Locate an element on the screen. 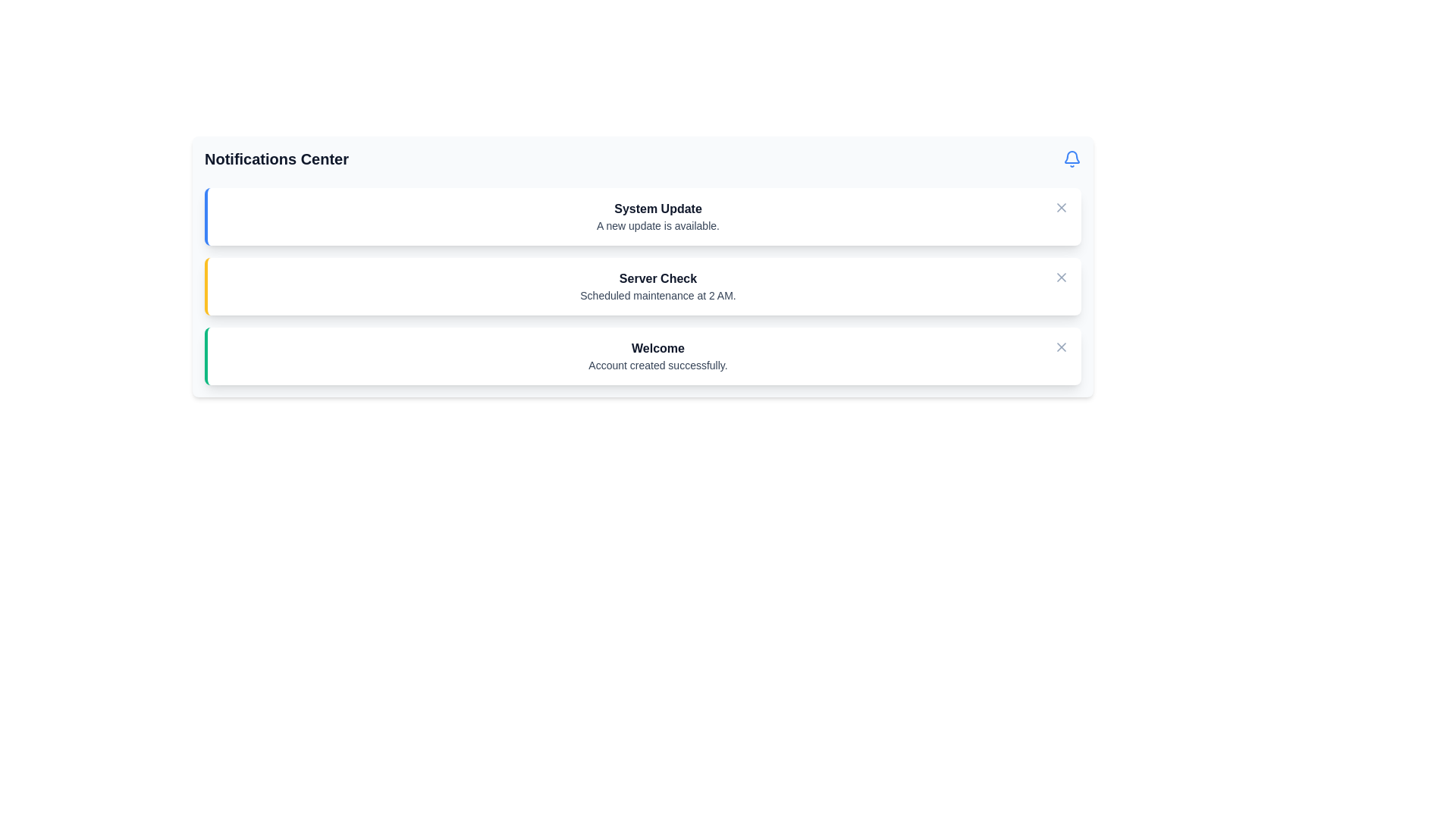 The height and width of the screenshot is (819, 1456). the small circular shape representing a node in the SVG graphic within the first notification entry of the Notifications Center is located at coordinates (234, 215).